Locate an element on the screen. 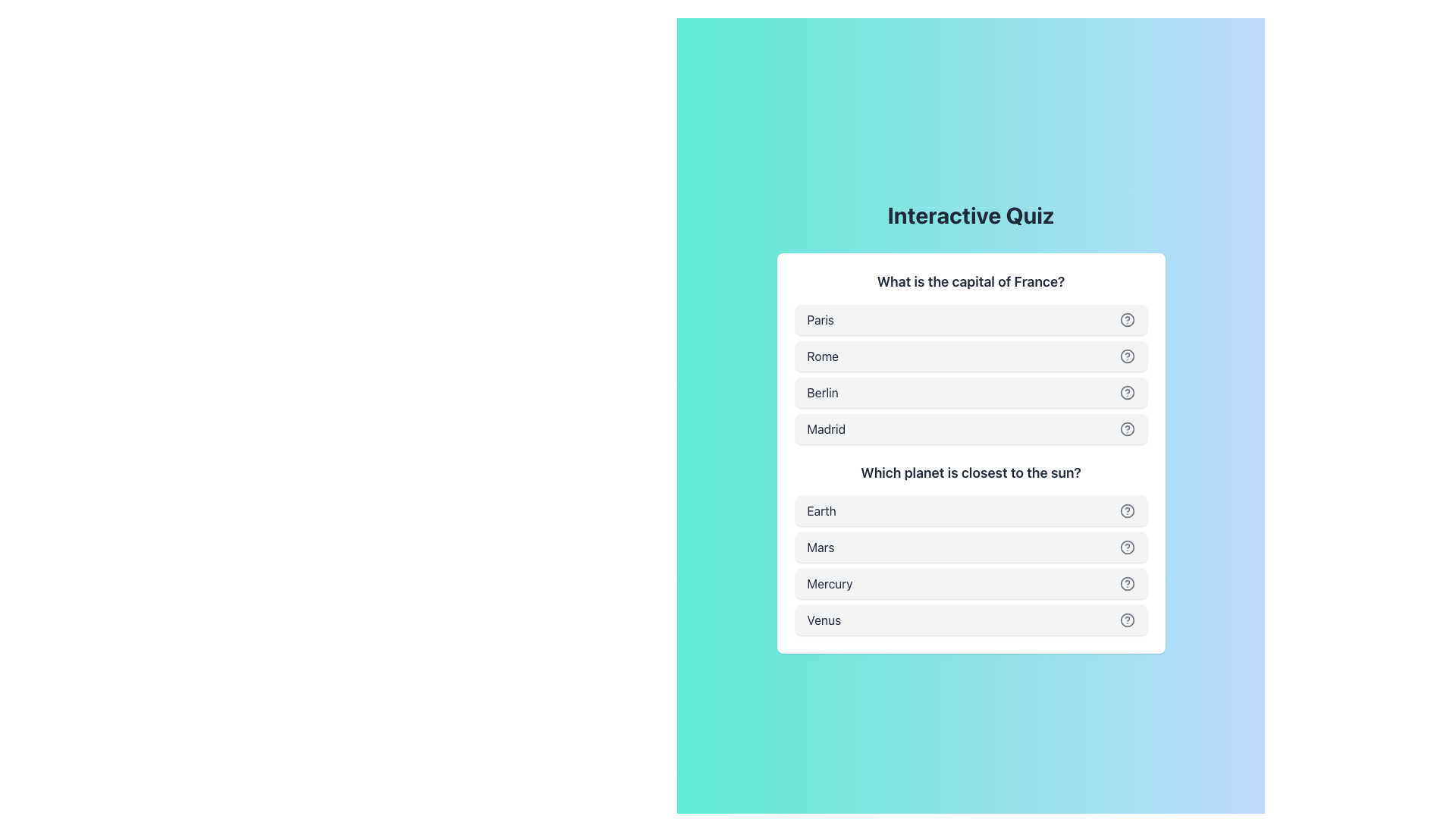 The image size is (1456, 819). the bold text label 'Interactive Quiz' which is styled with a dark grayscale font and located above quiz questions is located at coordinates (971, 215).